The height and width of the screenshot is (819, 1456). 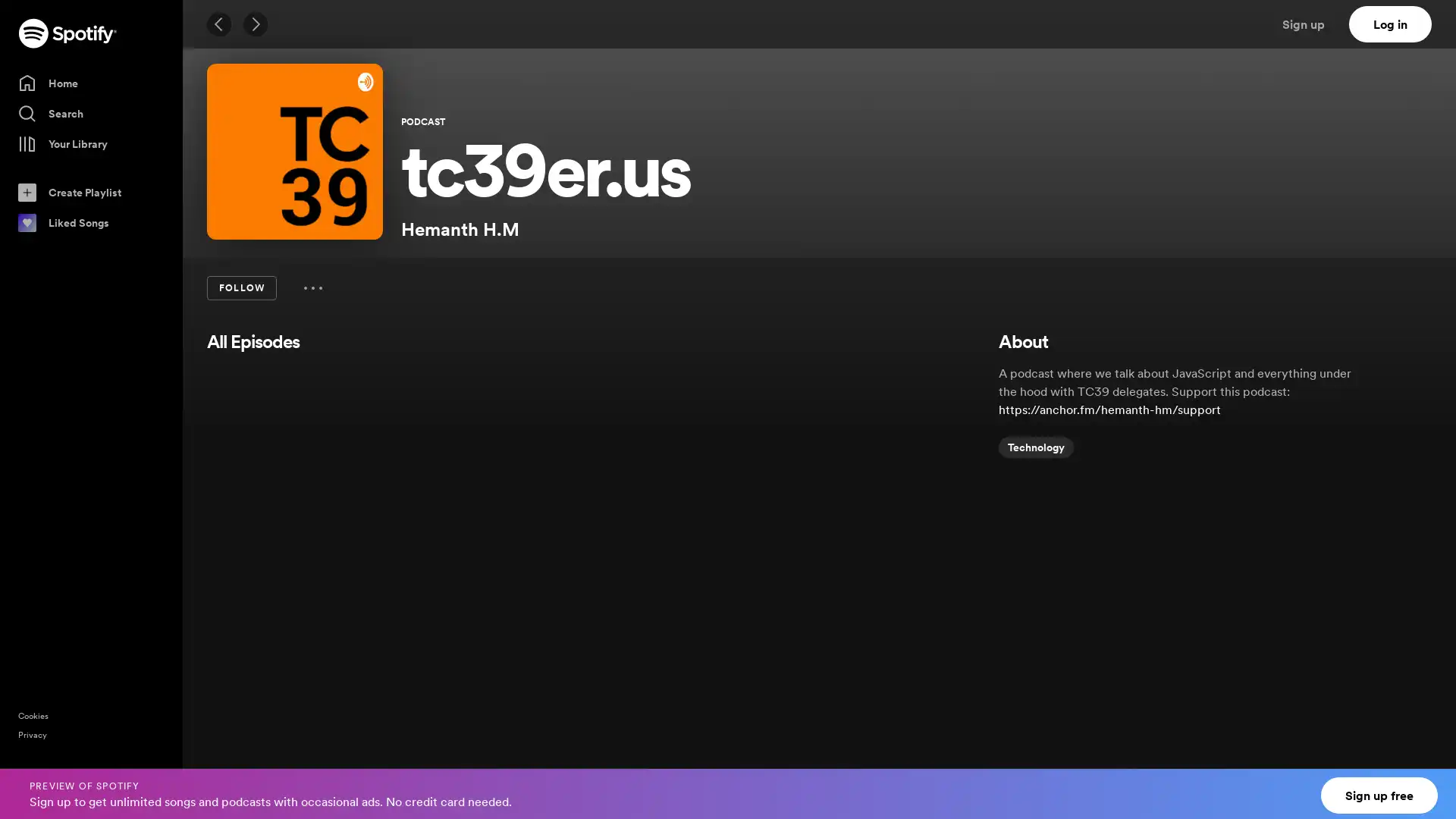 What do you see at coordinates (322, 561) in the screenshot?
I see `Play Jack Works by tc39er.us` at bounding box center [322, 561].